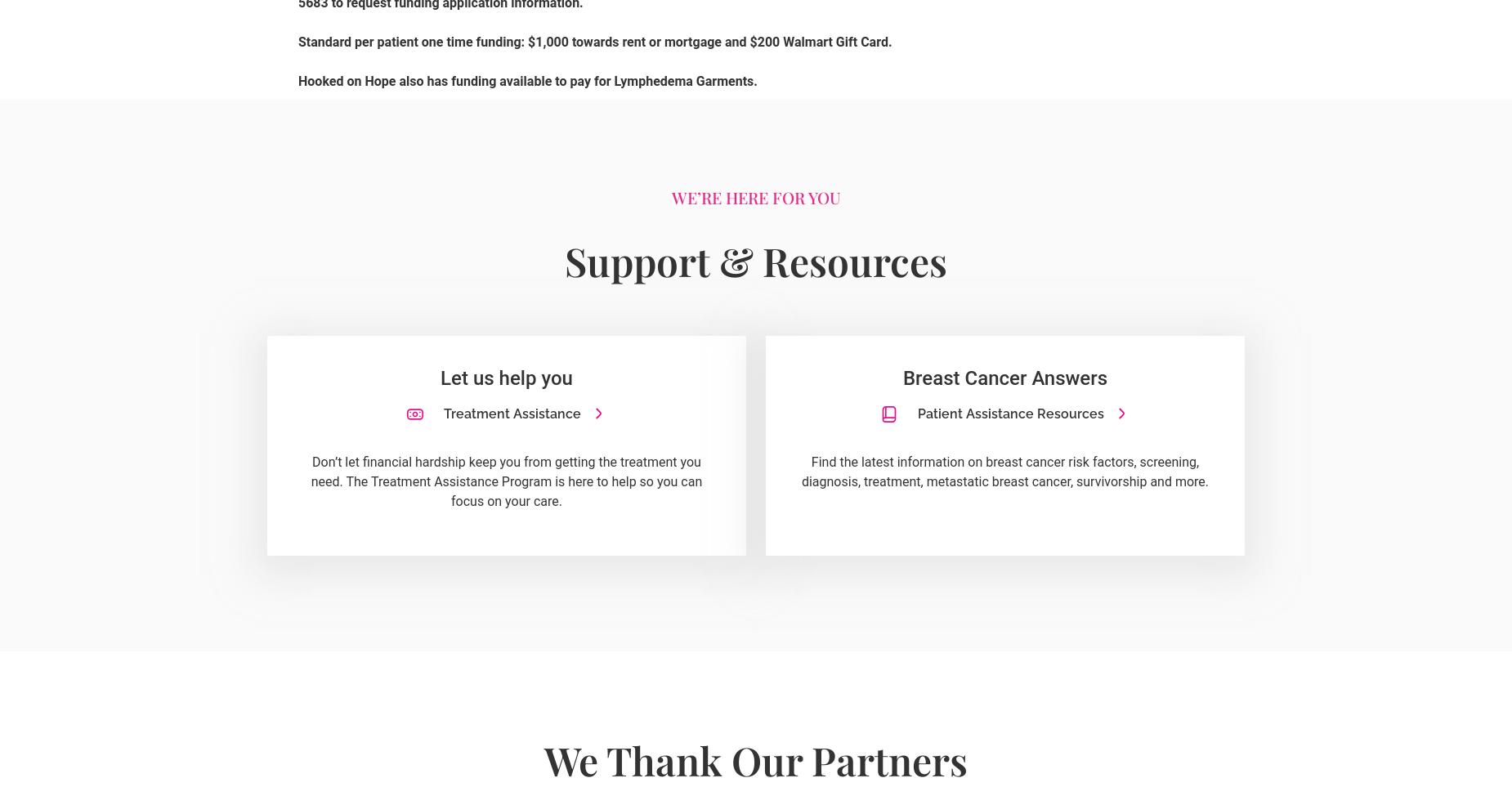 The width and height of the screenshot is (1512, 796). I want to click on 'Let us help you', so click(506, 376).